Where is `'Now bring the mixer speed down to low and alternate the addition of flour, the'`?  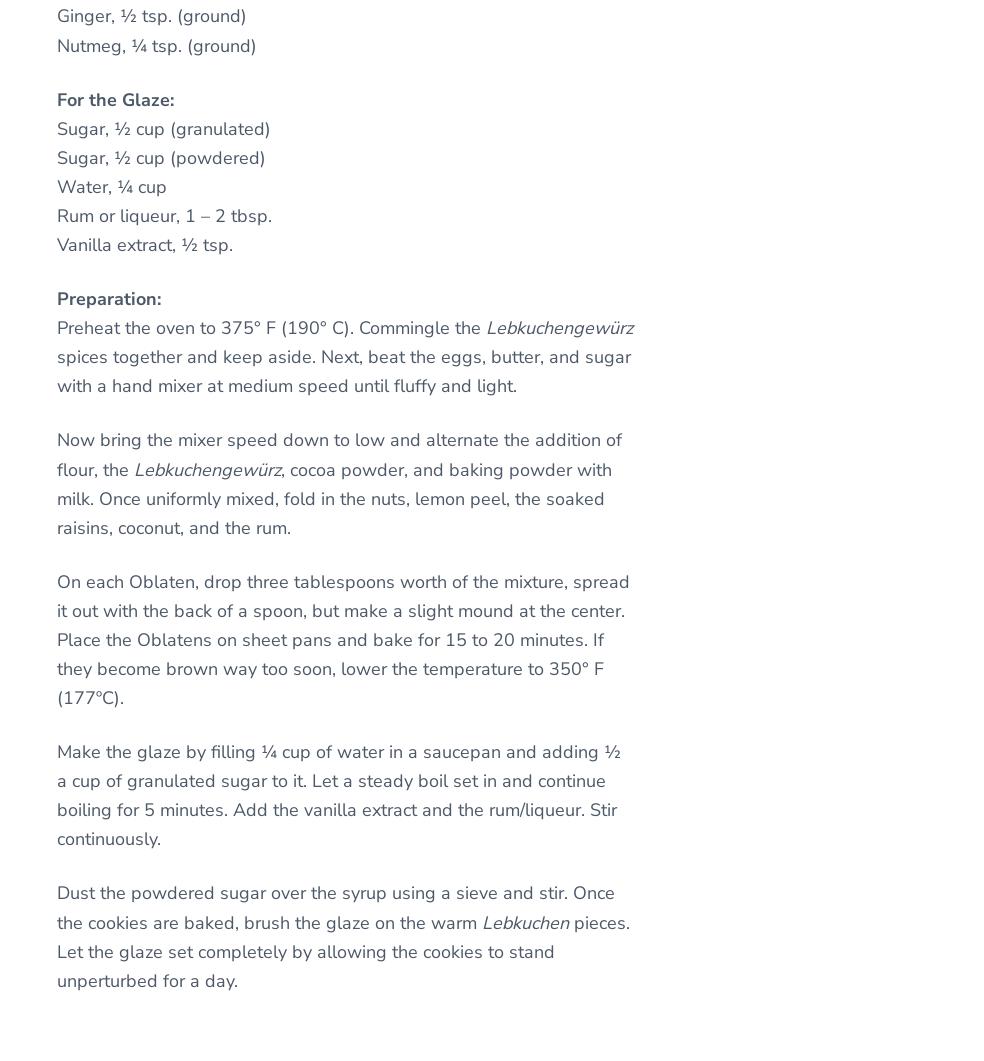
'Now bring the mixer speed down to low and alternate the addition of flour, the' is located at coordinates (55, 454).